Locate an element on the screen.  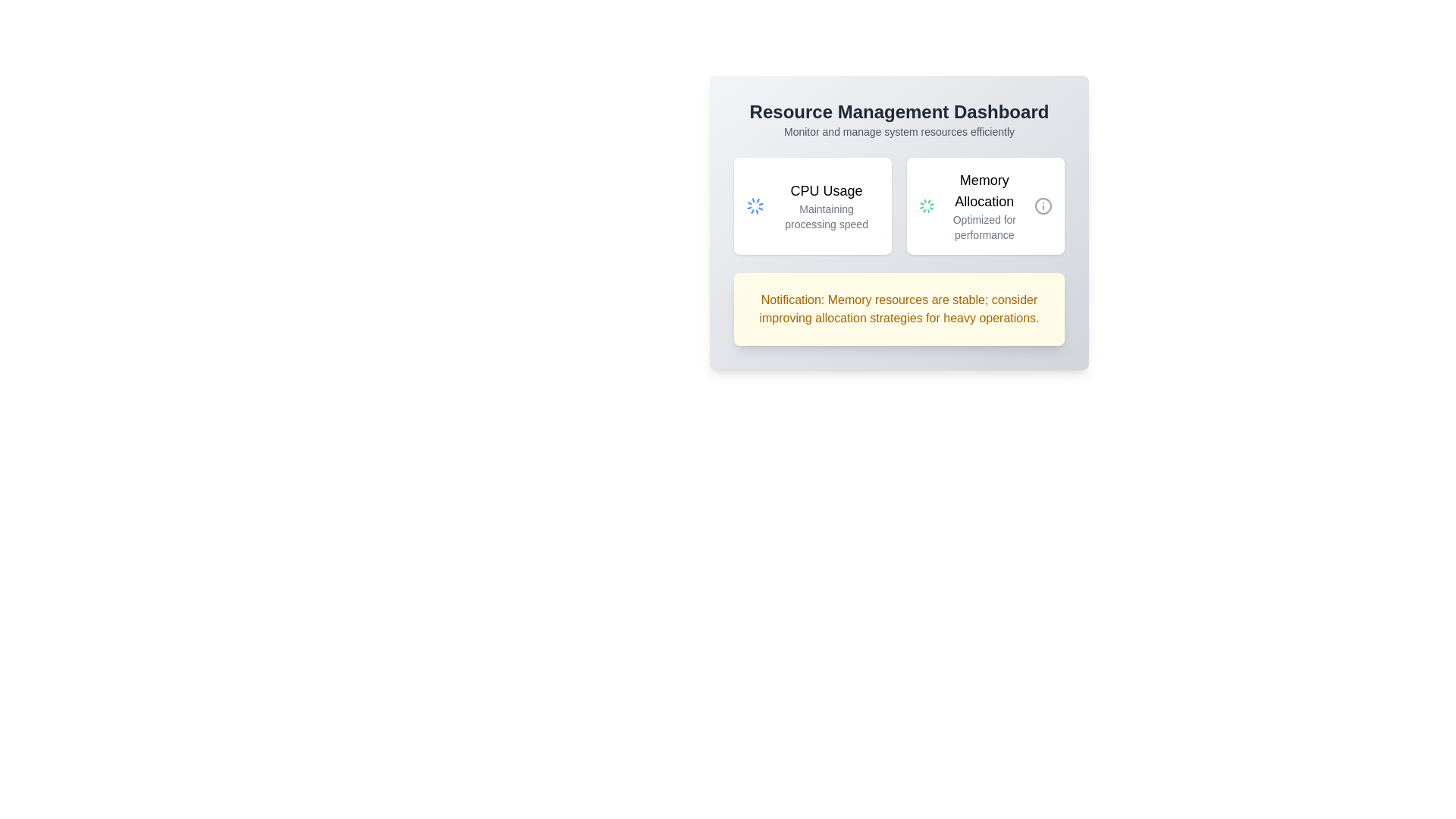
the Loader icon, which indicates an ongoing process related to memory allocation, located to the left of the 'Memory Allocation' title in the second card of a two-card set is located at coordinates (926, 206).